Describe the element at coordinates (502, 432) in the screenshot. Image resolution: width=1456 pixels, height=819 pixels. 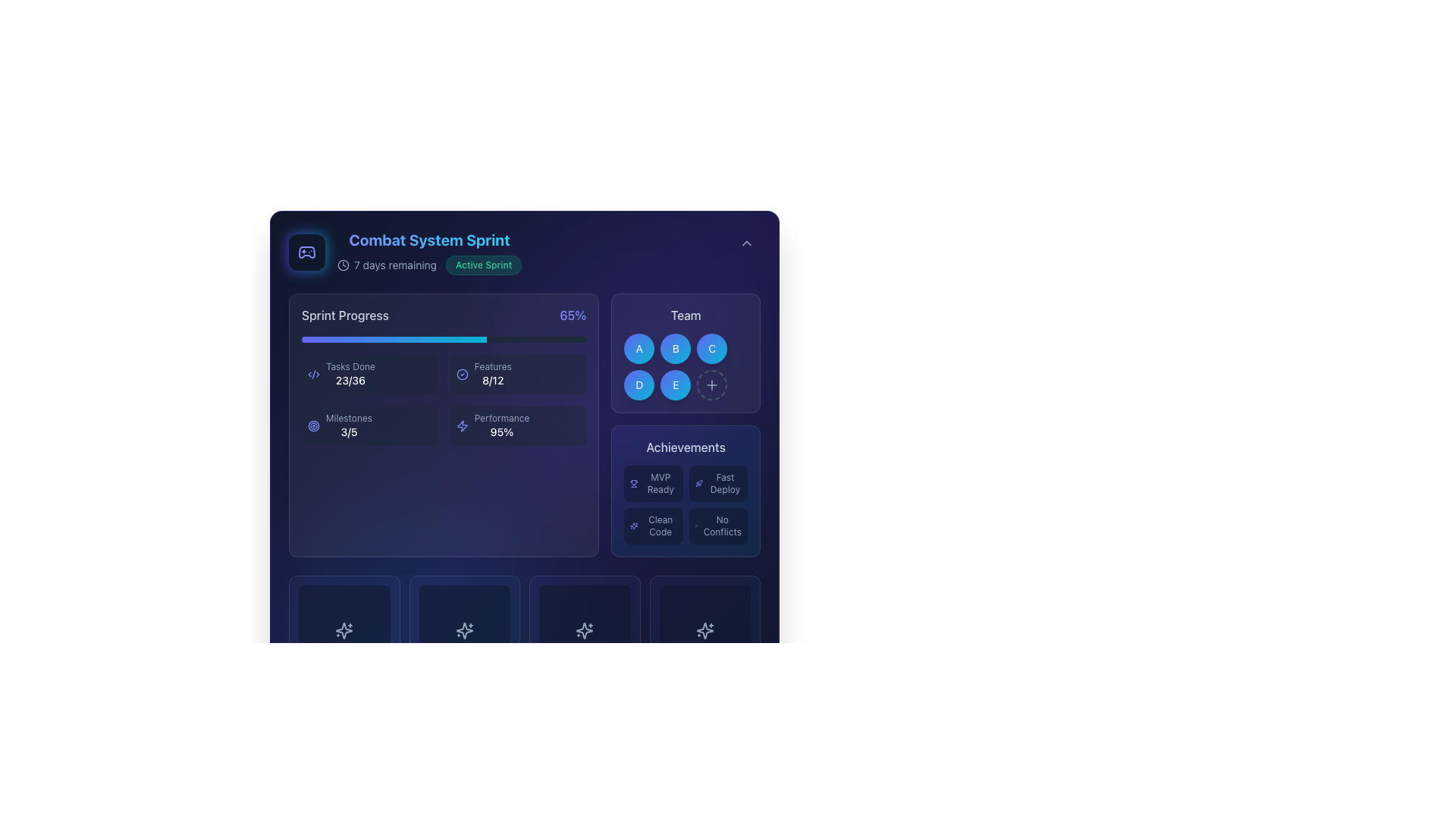
I see `percentage value displayed in the text label showing '95%' within the 'Performance' card in the 'Sprint Progress' section` at that location.